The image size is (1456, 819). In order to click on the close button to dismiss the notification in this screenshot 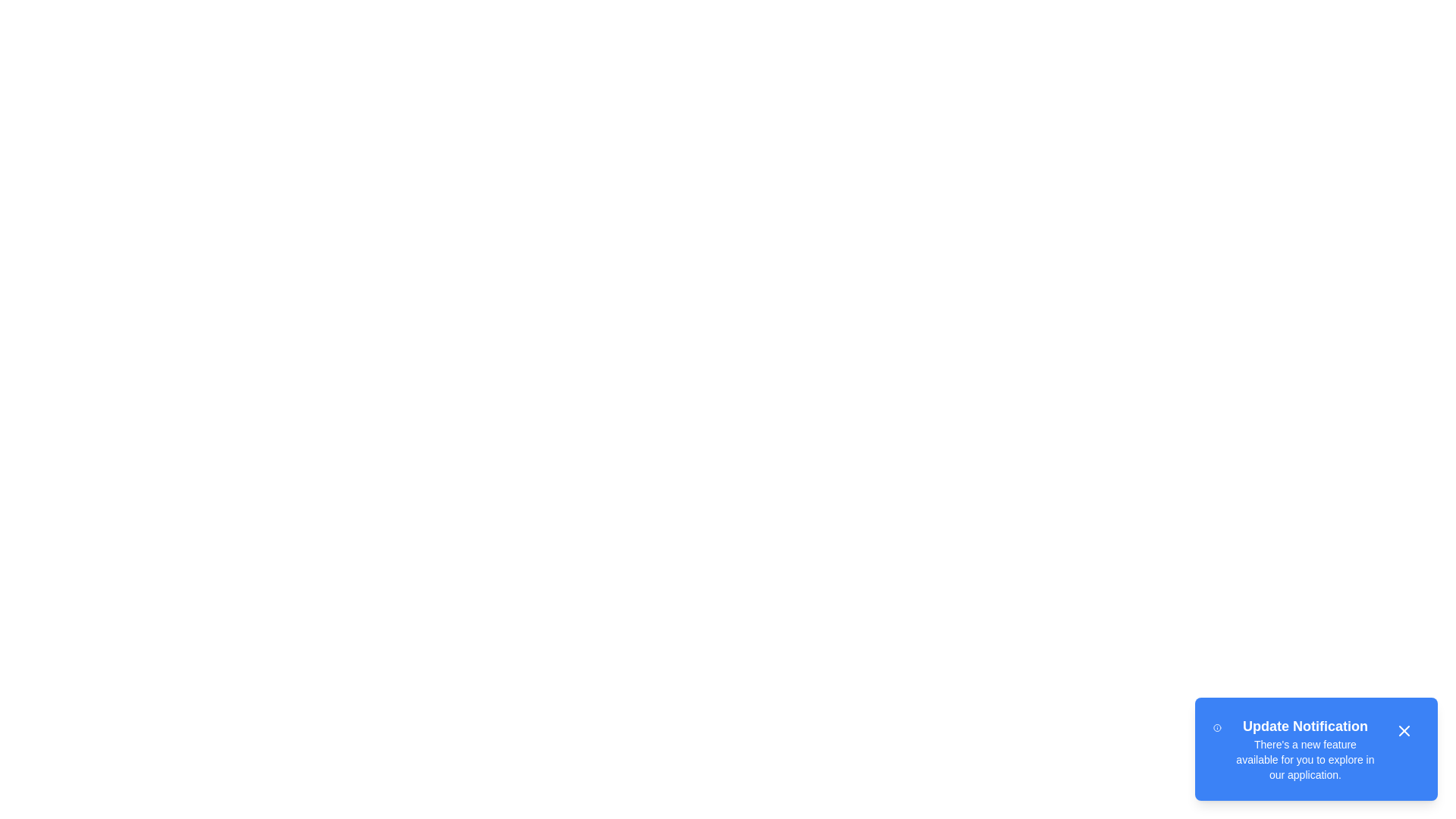, I will do `click(1404, 730)`.